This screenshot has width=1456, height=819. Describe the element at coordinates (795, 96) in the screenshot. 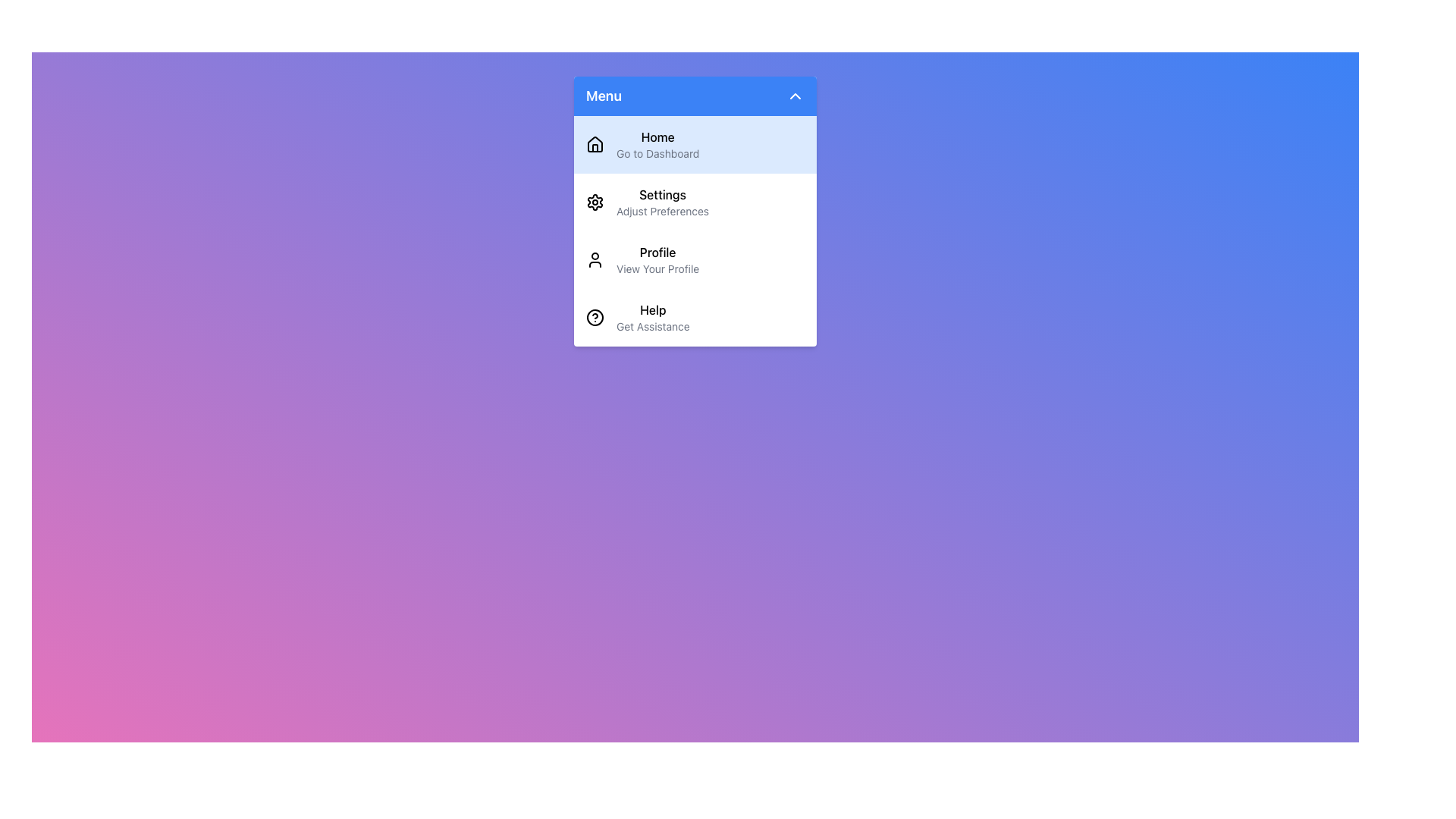

I see `the icon located at the right edge of the 'Menu' header` at that location.